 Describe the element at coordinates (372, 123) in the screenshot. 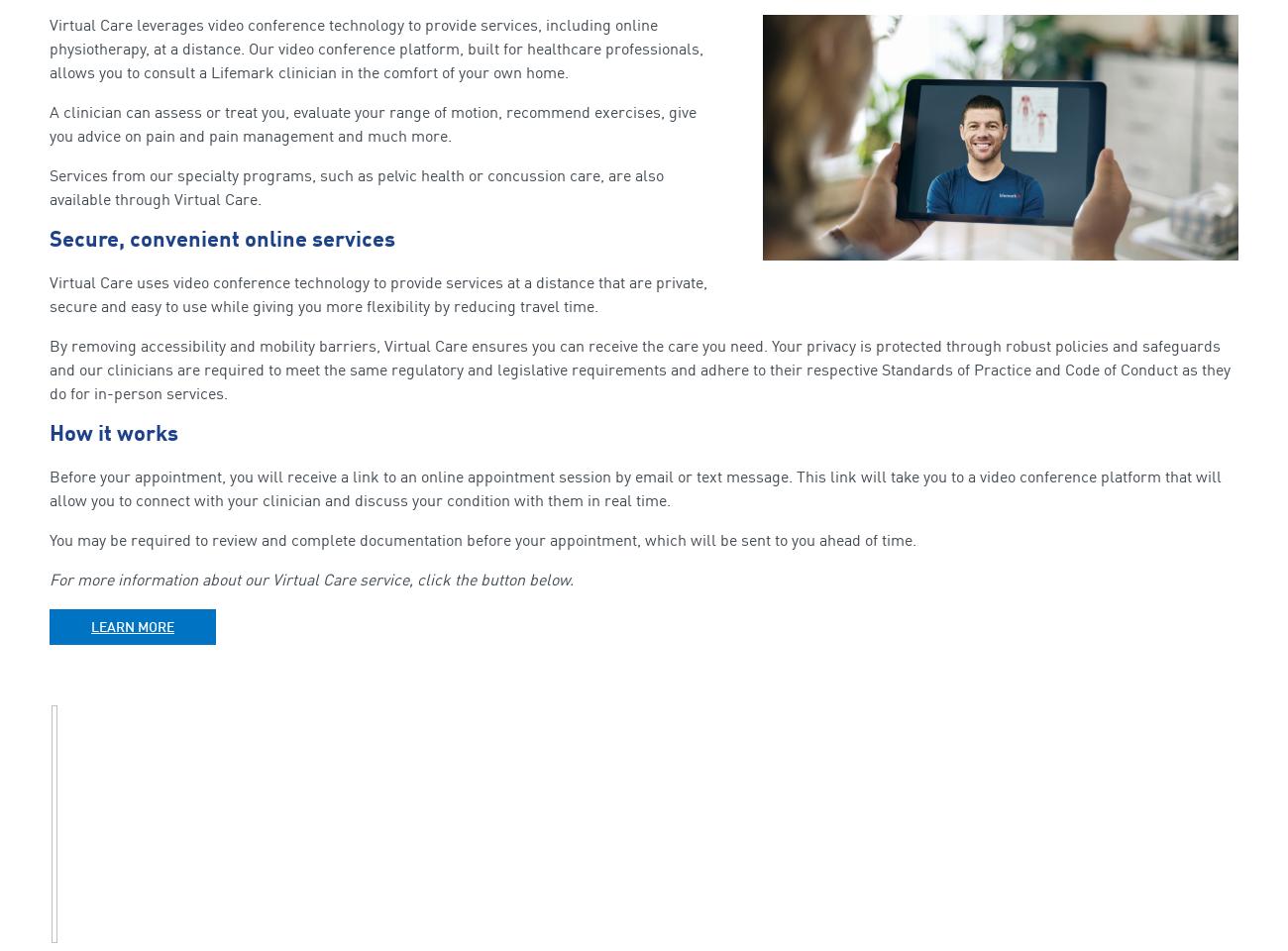

I see `'A clinician can assess or treat you, evaluate your range of motion, recommend exercises, give you advice on pain and pain management and much more.'` at that location.